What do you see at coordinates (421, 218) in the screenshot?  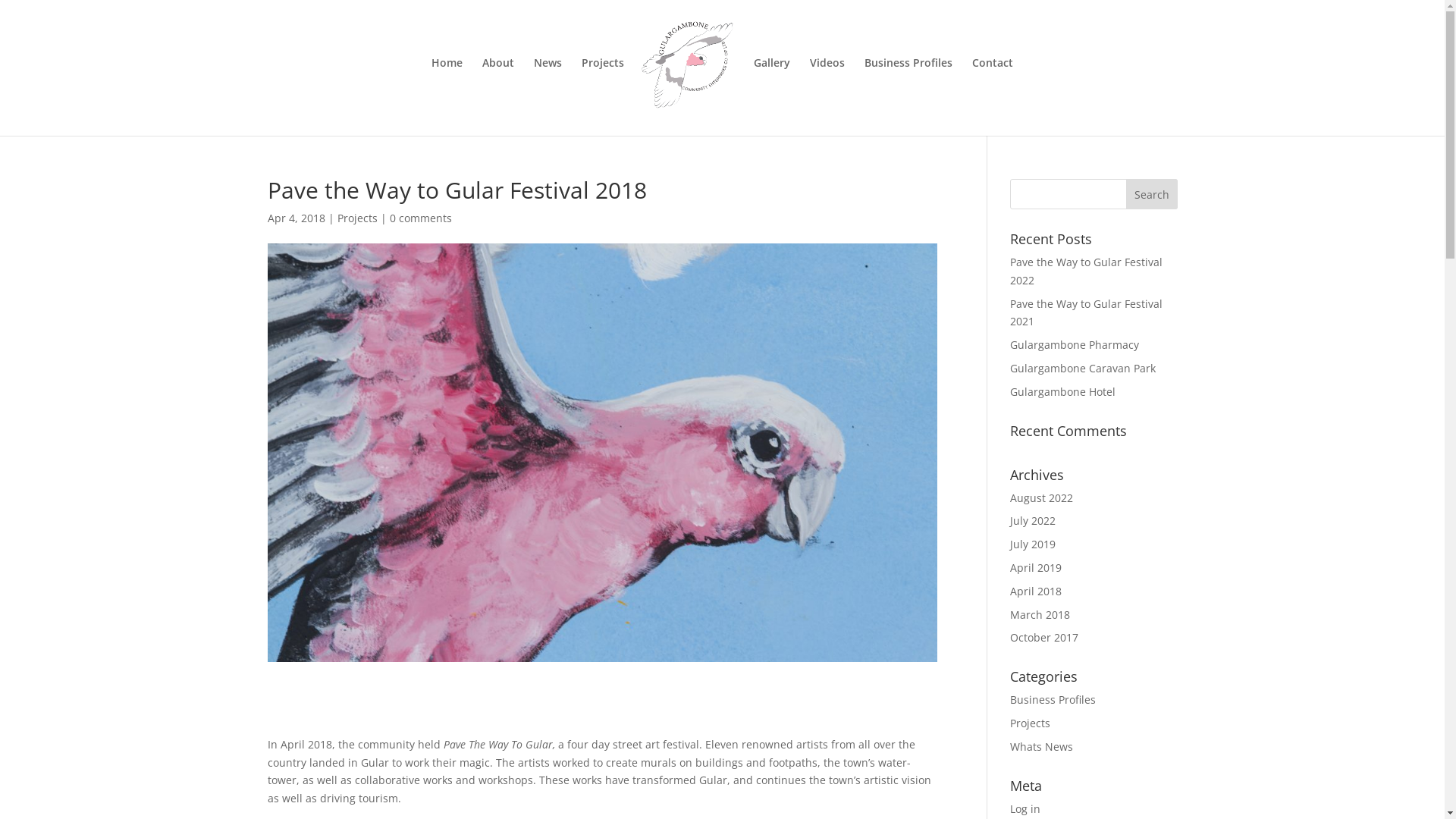 I see `'0 comments'` at bounding box center [421, 218].